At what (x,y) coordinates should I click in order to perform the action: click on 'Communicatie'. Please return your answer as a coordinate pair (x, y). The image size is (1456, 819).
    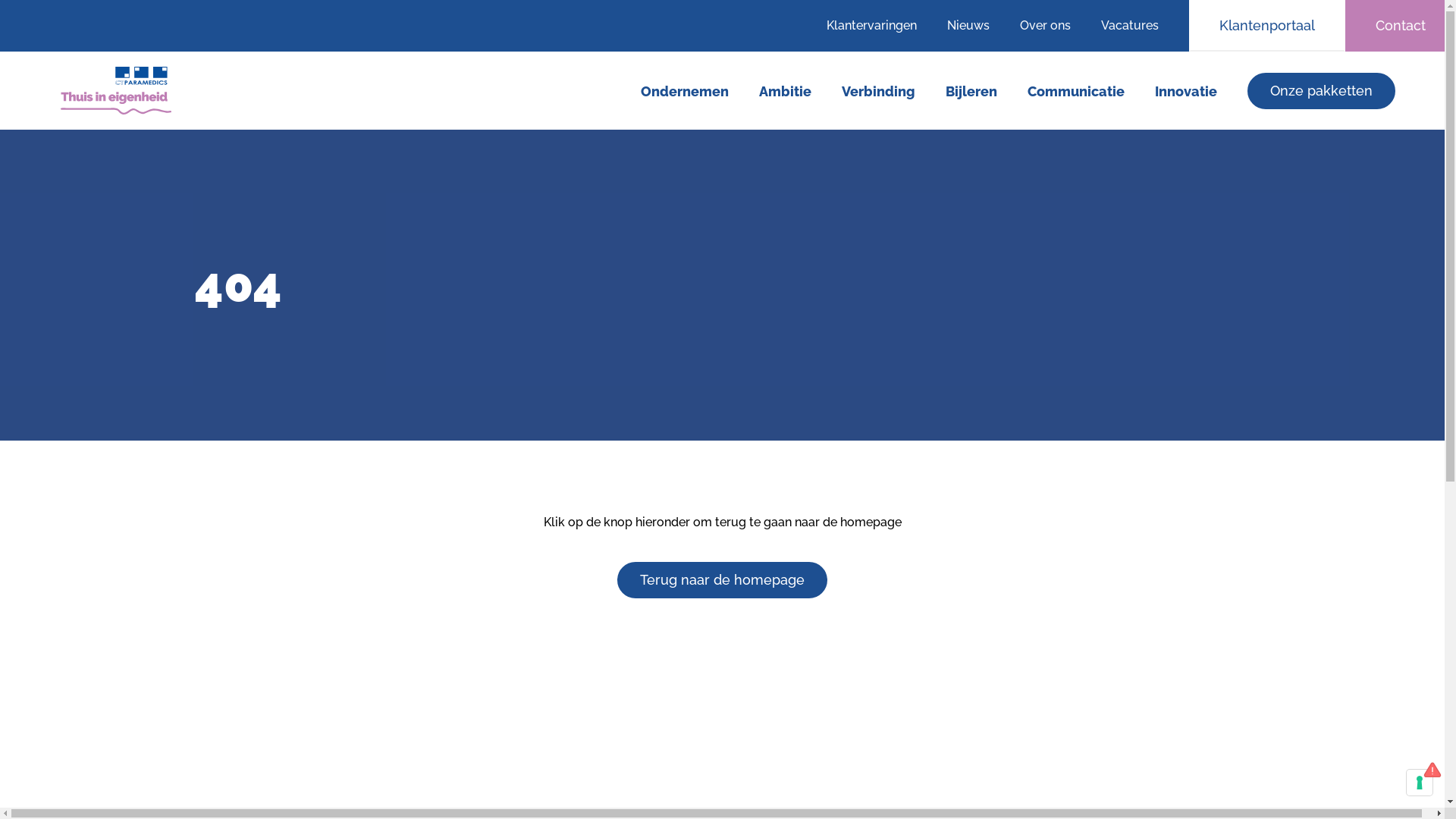
    Looking at the image, I should click on (1027, 91).